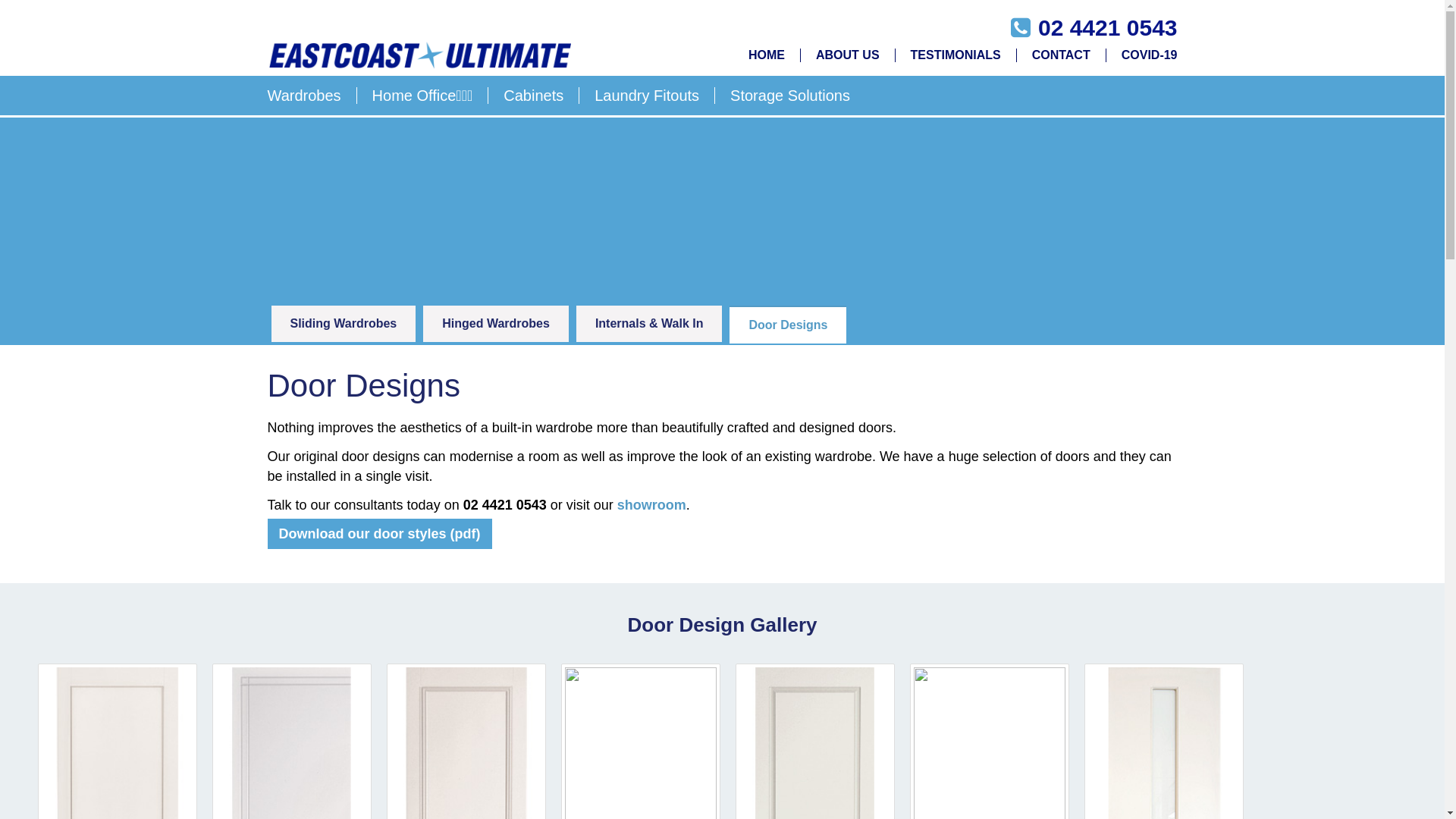 Image resolution: width=1456 pixels, height=819 pixels. What do you see at coordinates (767, 55) in the screenshot?
I see `'HOME'` at bounding box center [767, 55].